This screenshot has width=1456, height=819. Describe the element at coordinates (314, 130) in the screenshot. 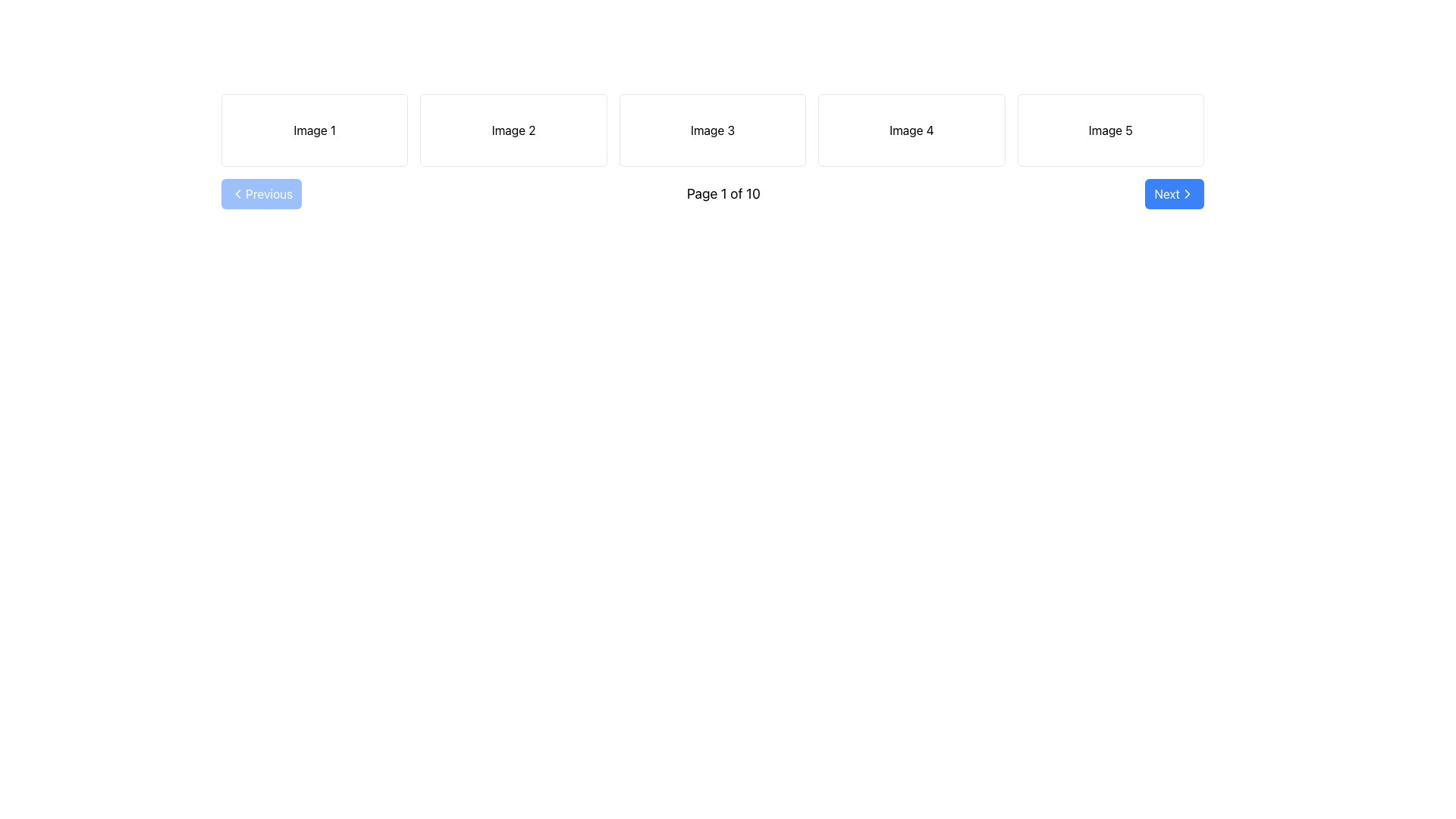

I see `the rectangular box with a white background, rounded corners, and centered text displaying 'Image 1'` at that location.